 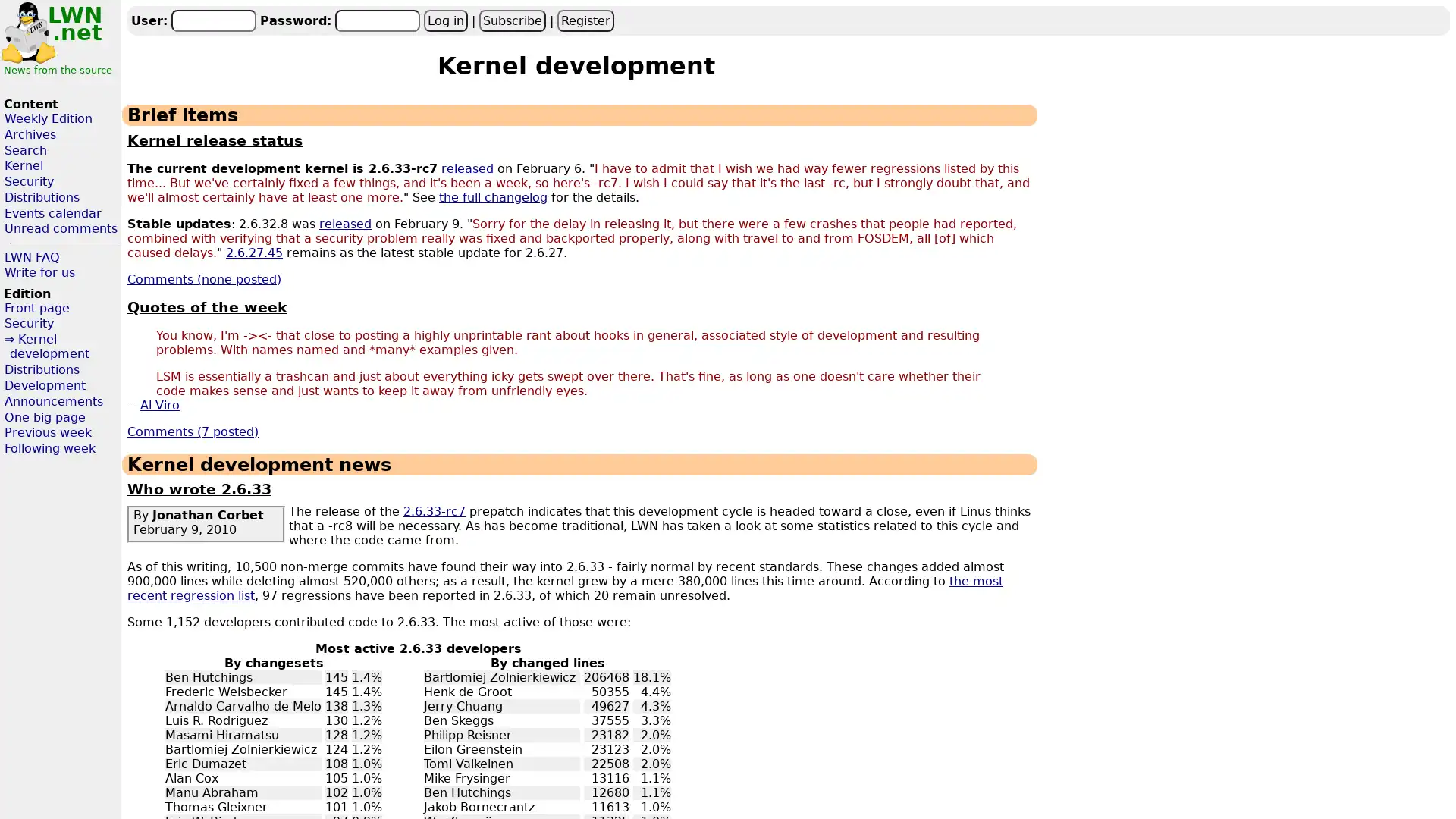 What do you see at coordinates (584, 20) in the screenshot?
I see `Register` at bounding box center [584, 20].